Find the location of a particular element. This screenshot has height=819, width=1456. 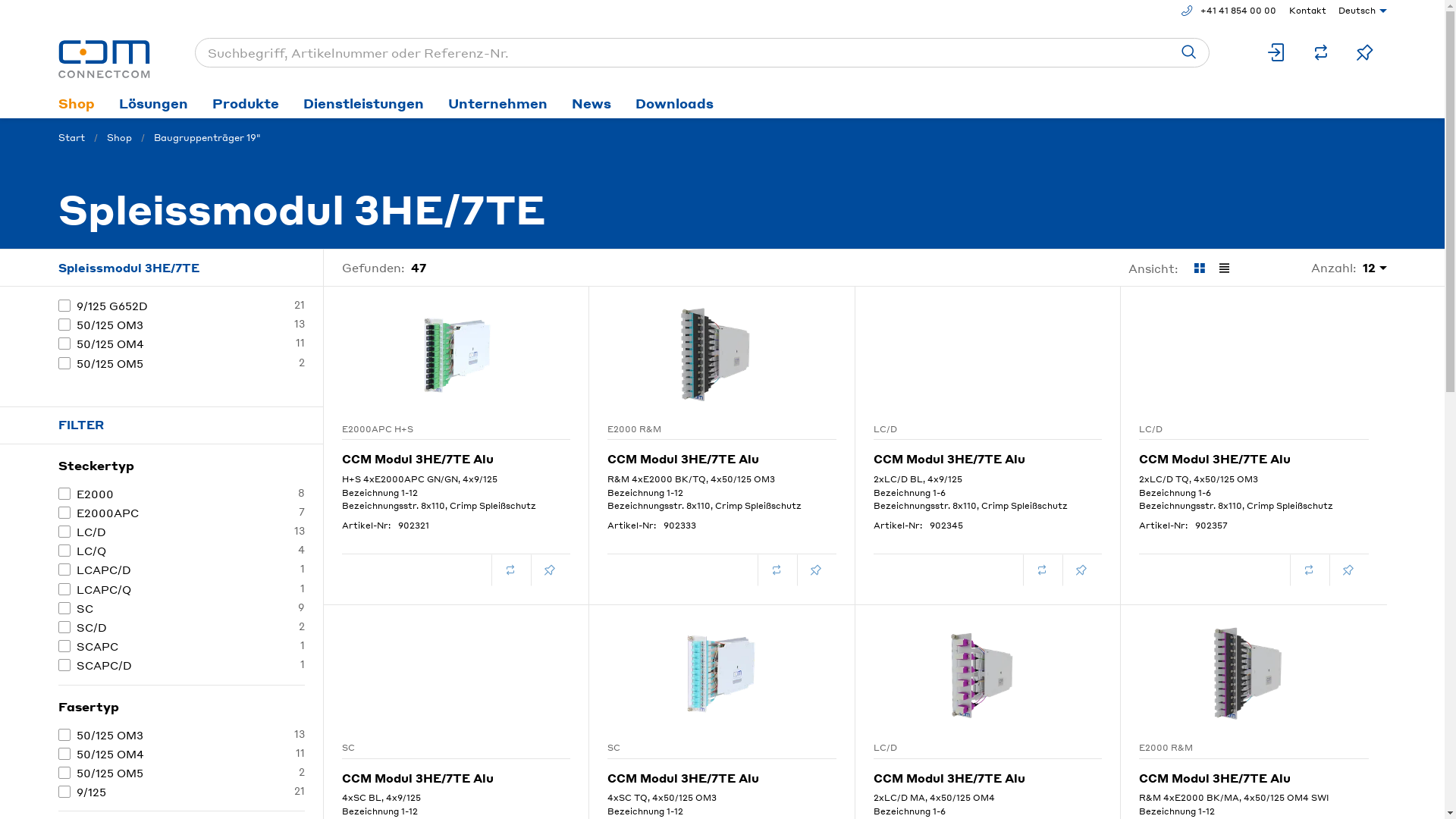

'Anmelden' is located at coordinates (1276, 52).